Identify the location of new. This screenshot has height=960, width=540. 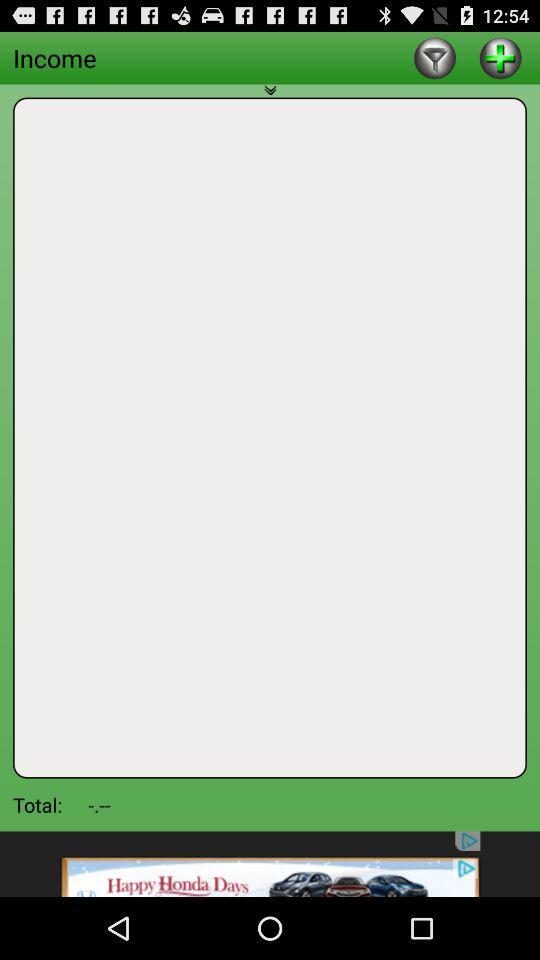
(499, 56).